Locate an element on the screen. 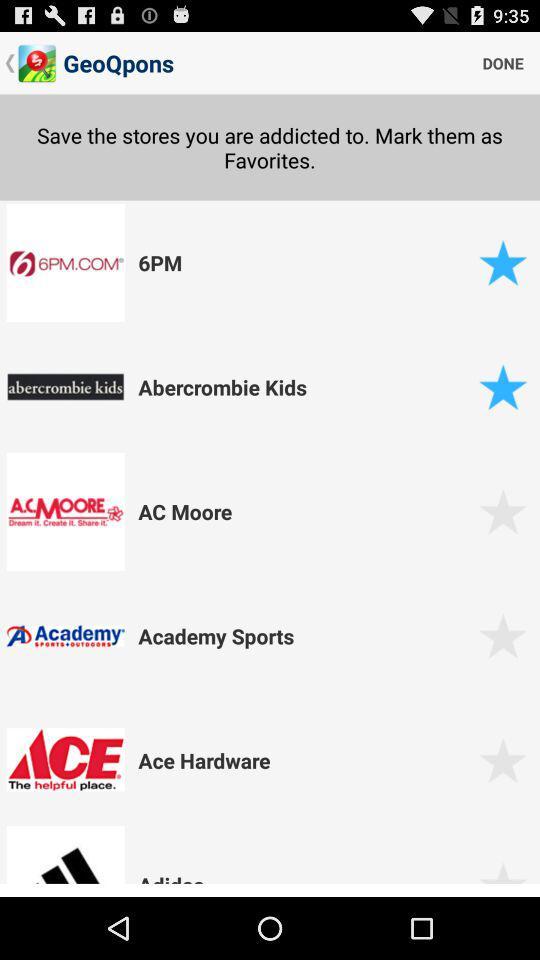 The width and height of the screenshot is (540, 960). to favorite is located at coordinates (502, 878).